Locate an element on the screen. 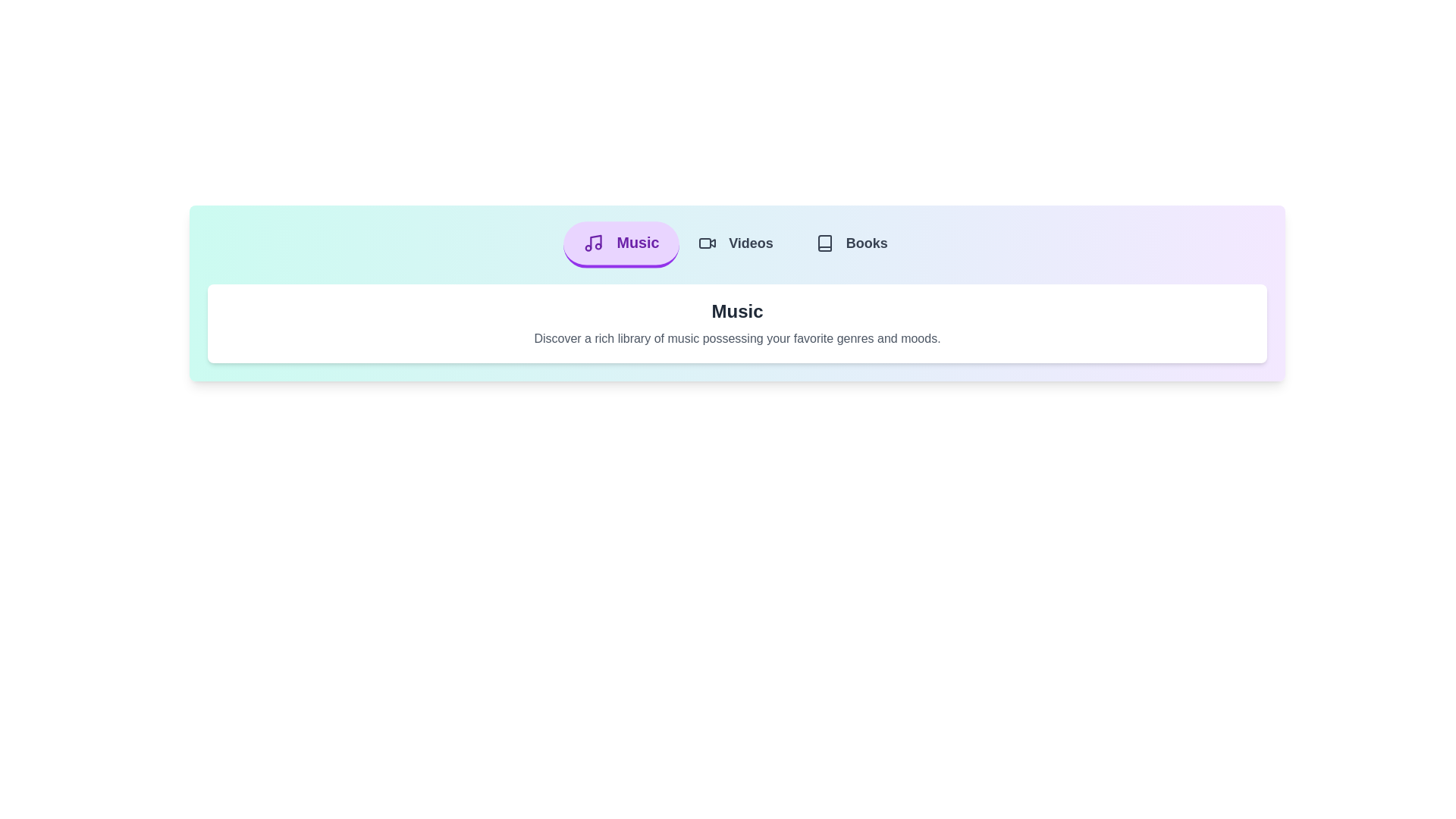  the Books tab is located at coordinates (852, 244).